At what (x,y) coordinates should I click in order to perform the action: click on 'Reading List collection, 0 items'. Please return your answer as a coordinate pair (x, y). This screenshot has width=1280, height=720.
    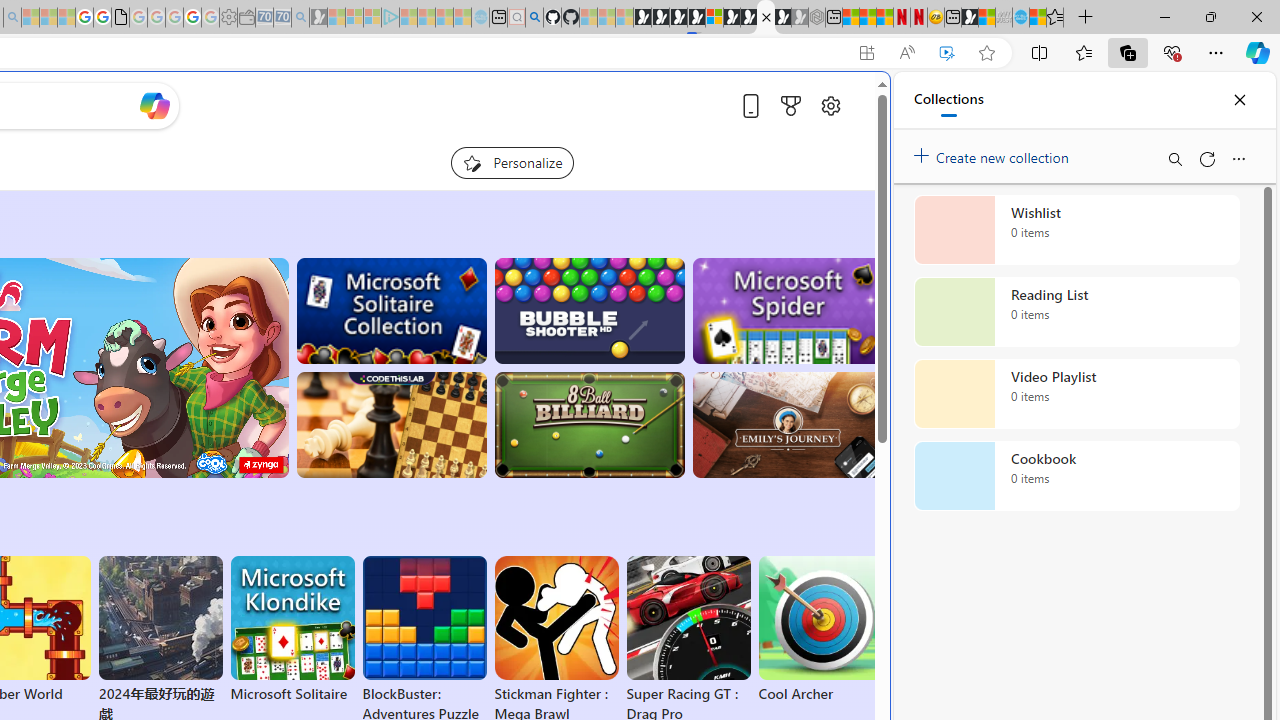
    Looking at the image, I should click on (1076, 312).